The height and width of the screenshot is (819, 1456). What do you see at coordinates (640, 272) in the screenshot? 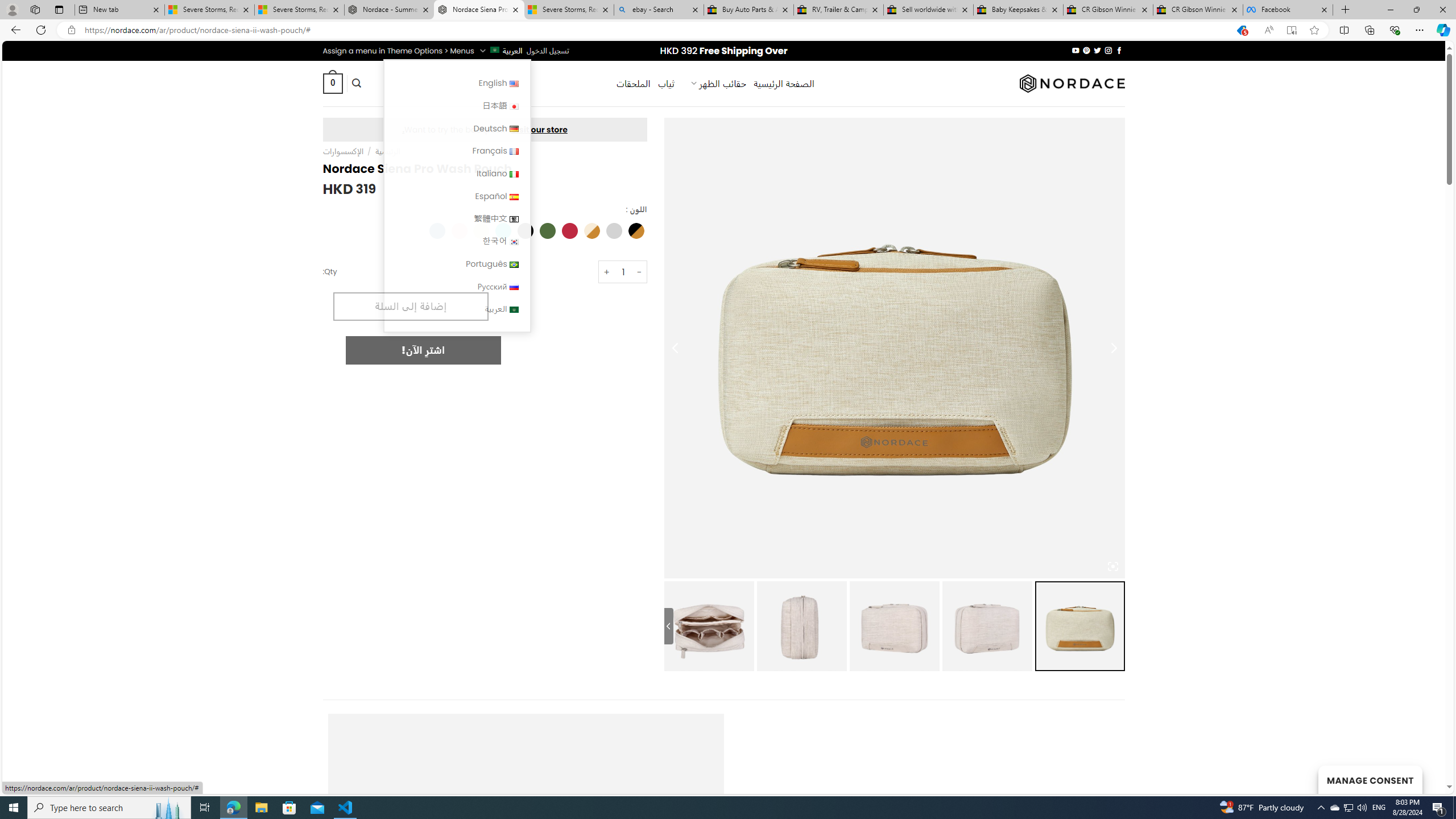
I see `'-'` at bounding box center [640, 272].